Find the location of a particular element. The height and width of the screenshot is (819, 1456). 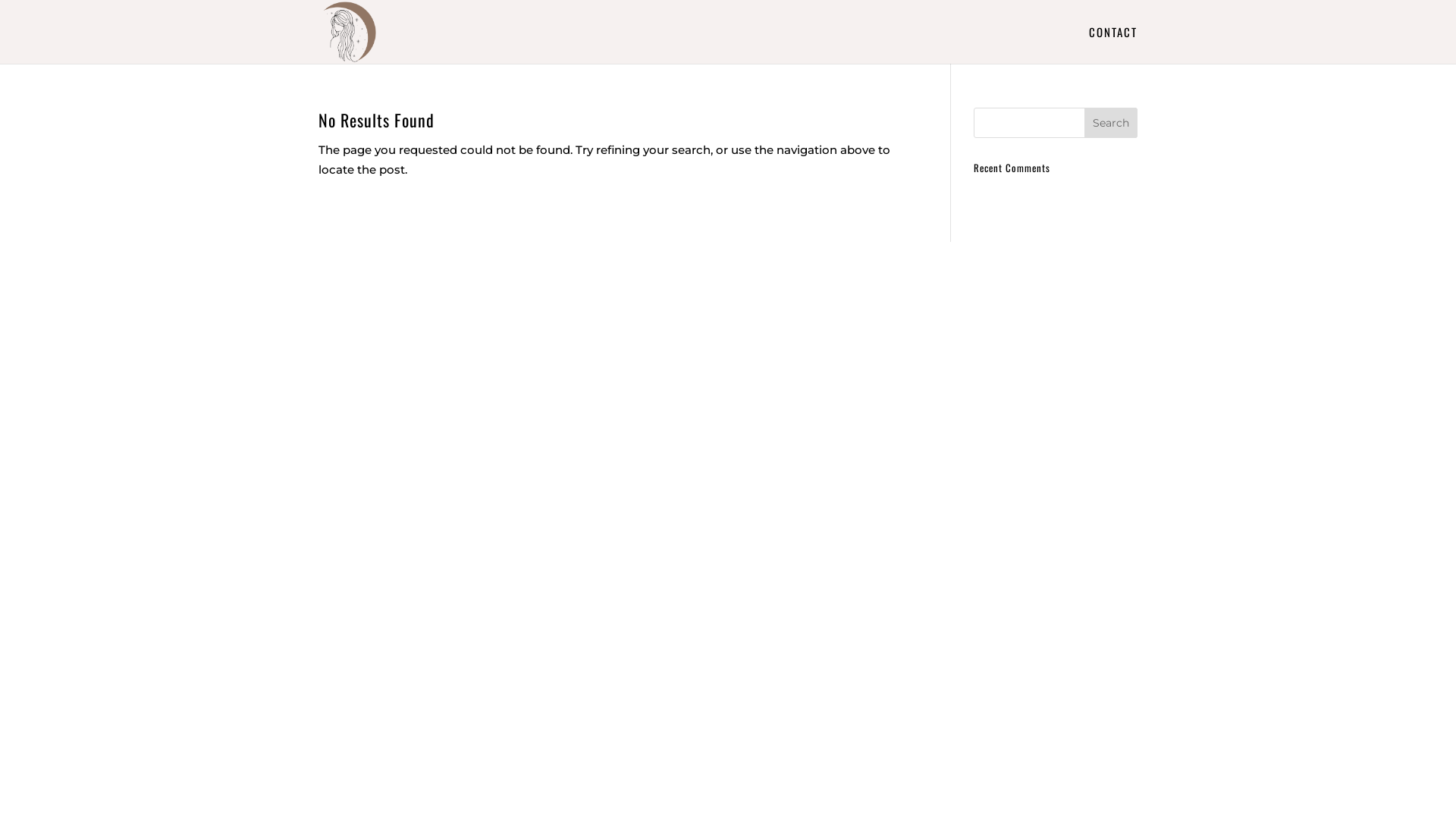

'Search' is located at coordinates (1110, 122).